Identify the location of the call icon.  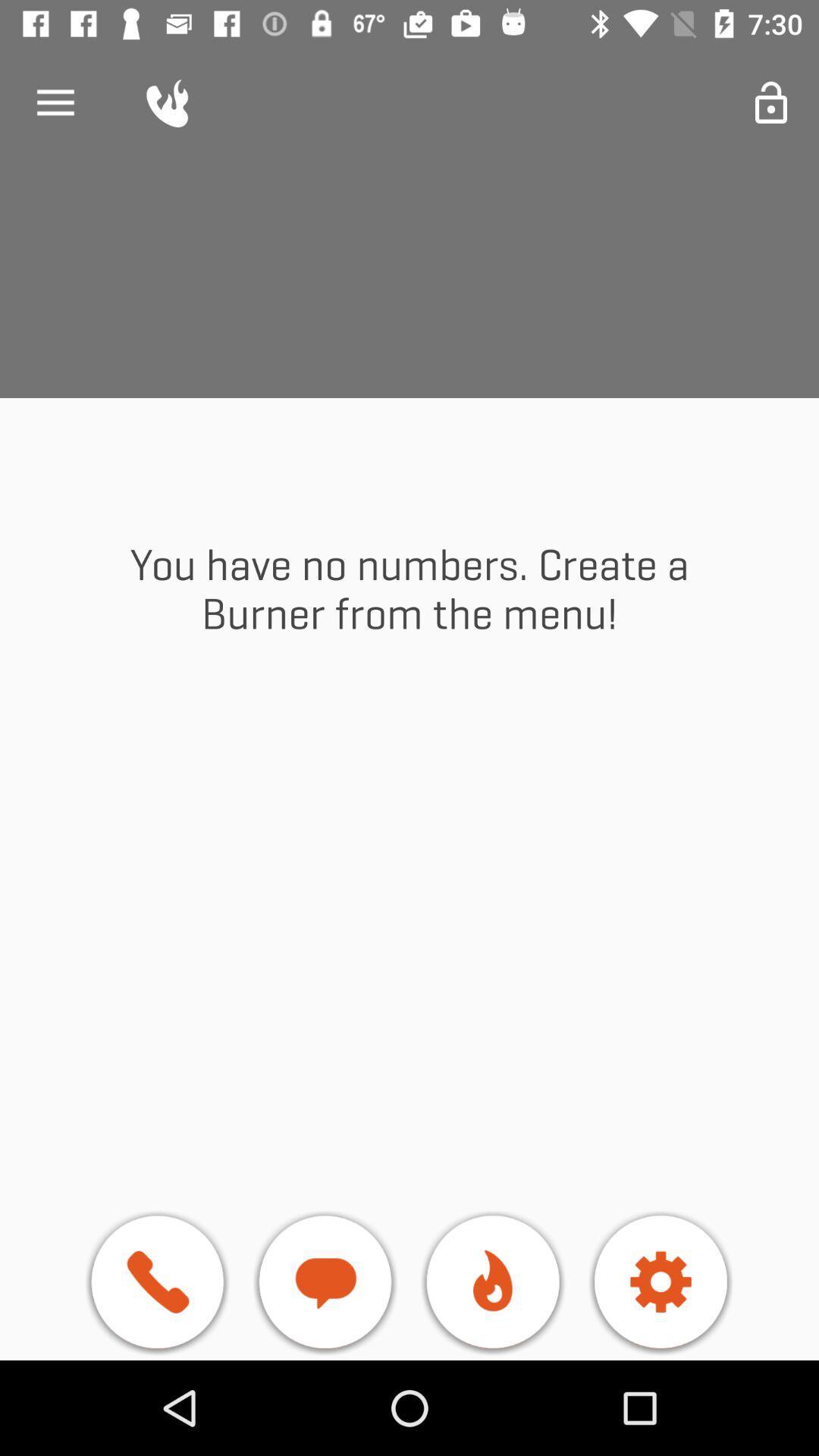
(157, 1284).